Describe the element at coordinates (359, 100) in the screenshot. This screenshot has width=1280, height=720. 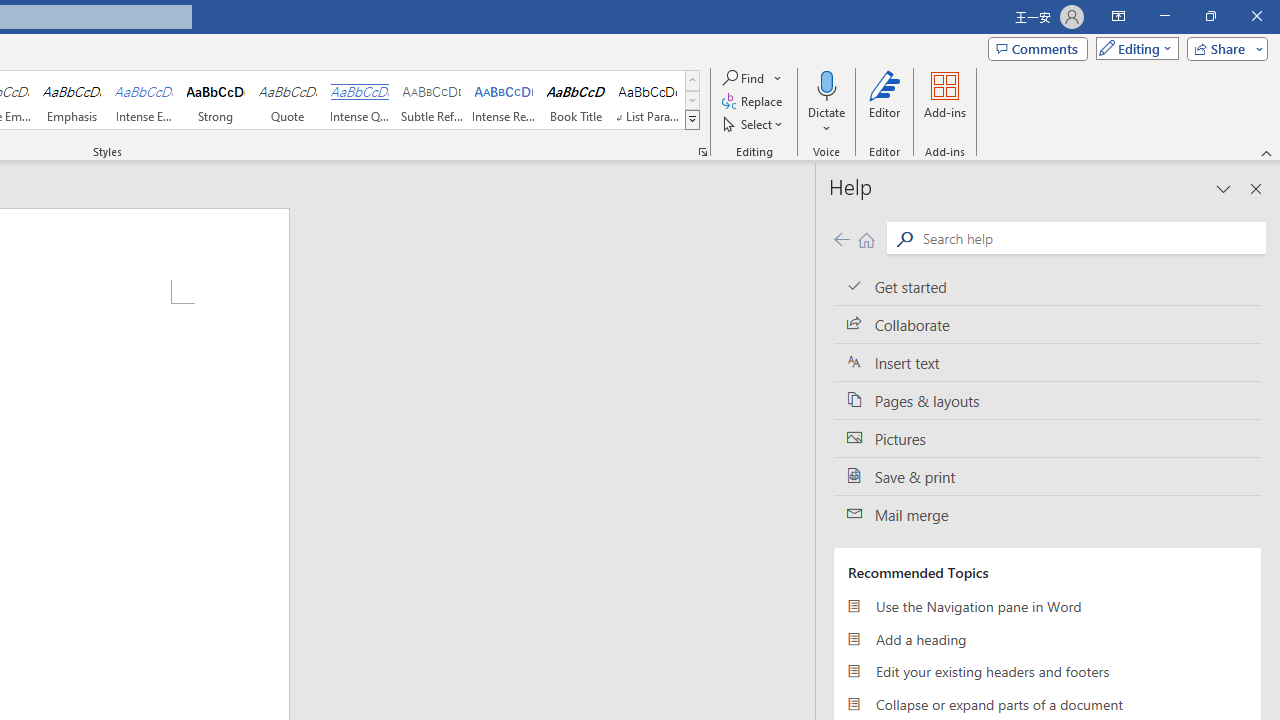
I see `'Intense Quote'` at that location.